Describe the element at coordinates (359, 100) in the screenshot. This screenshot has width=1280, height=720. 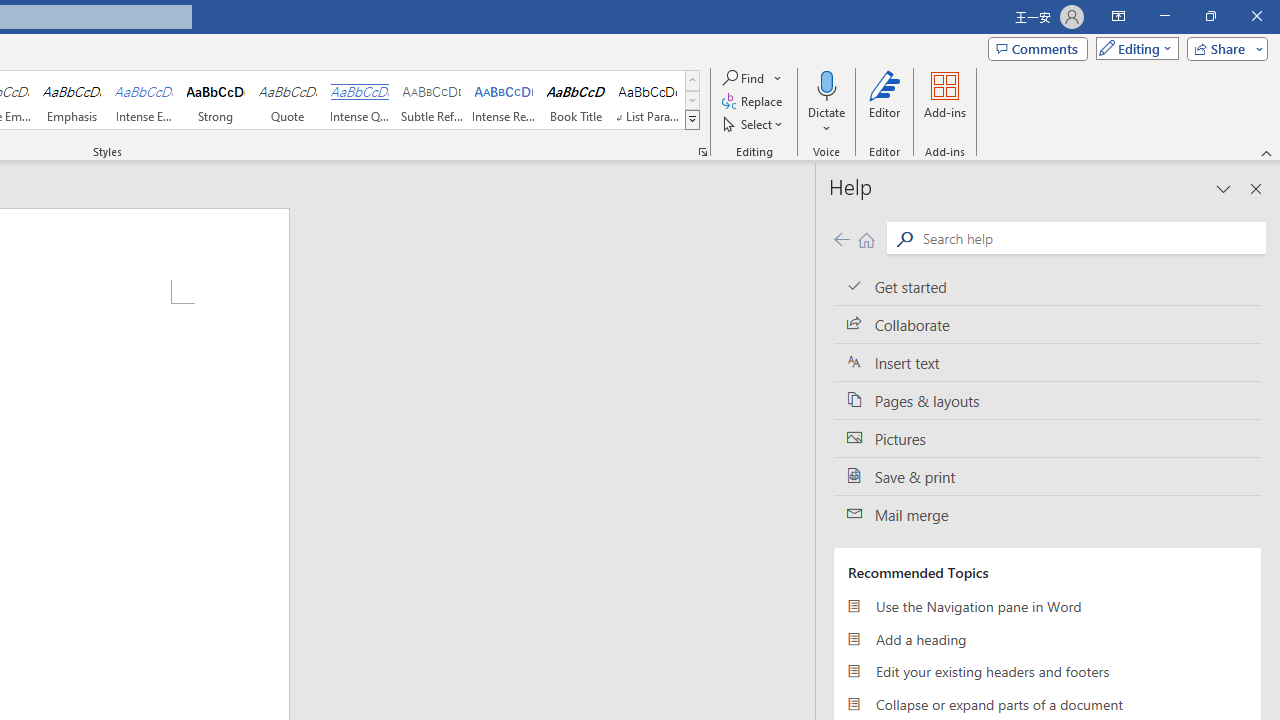
I see `'Intense Quote'` at that location.